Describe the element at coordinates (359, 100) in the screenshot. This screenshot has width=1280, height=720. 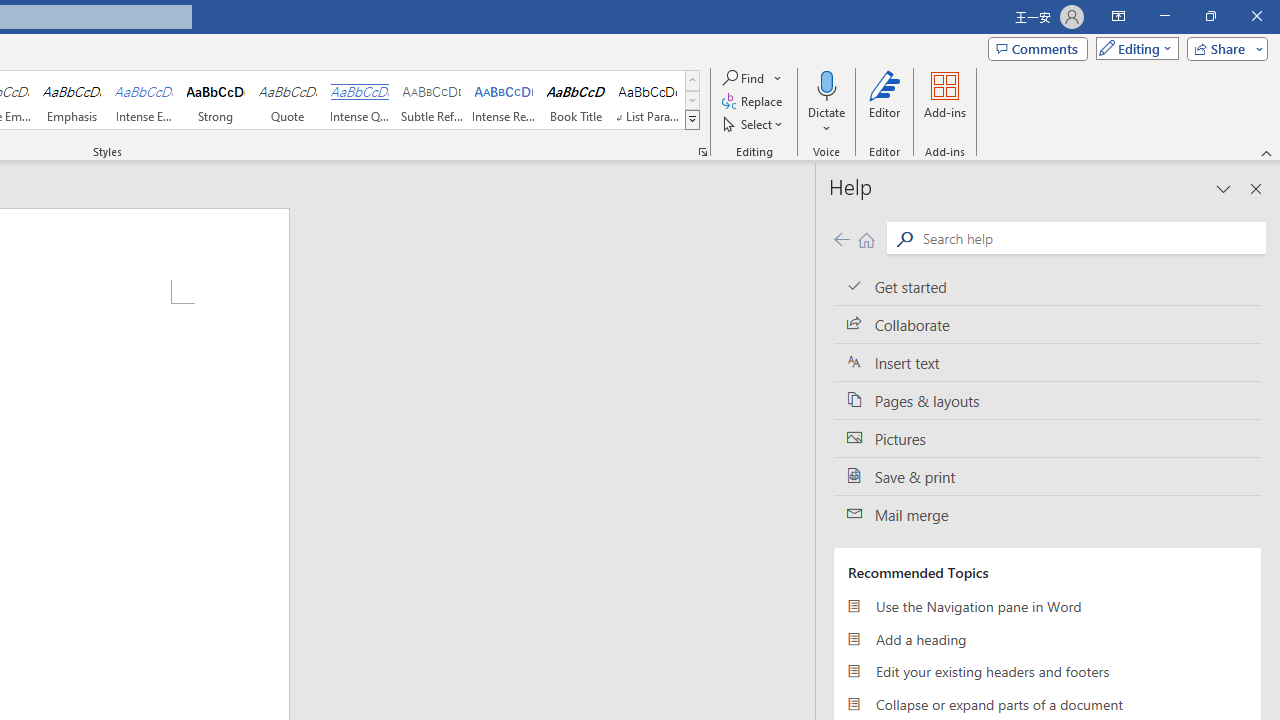
I see `'Intense Quote'` at that location.